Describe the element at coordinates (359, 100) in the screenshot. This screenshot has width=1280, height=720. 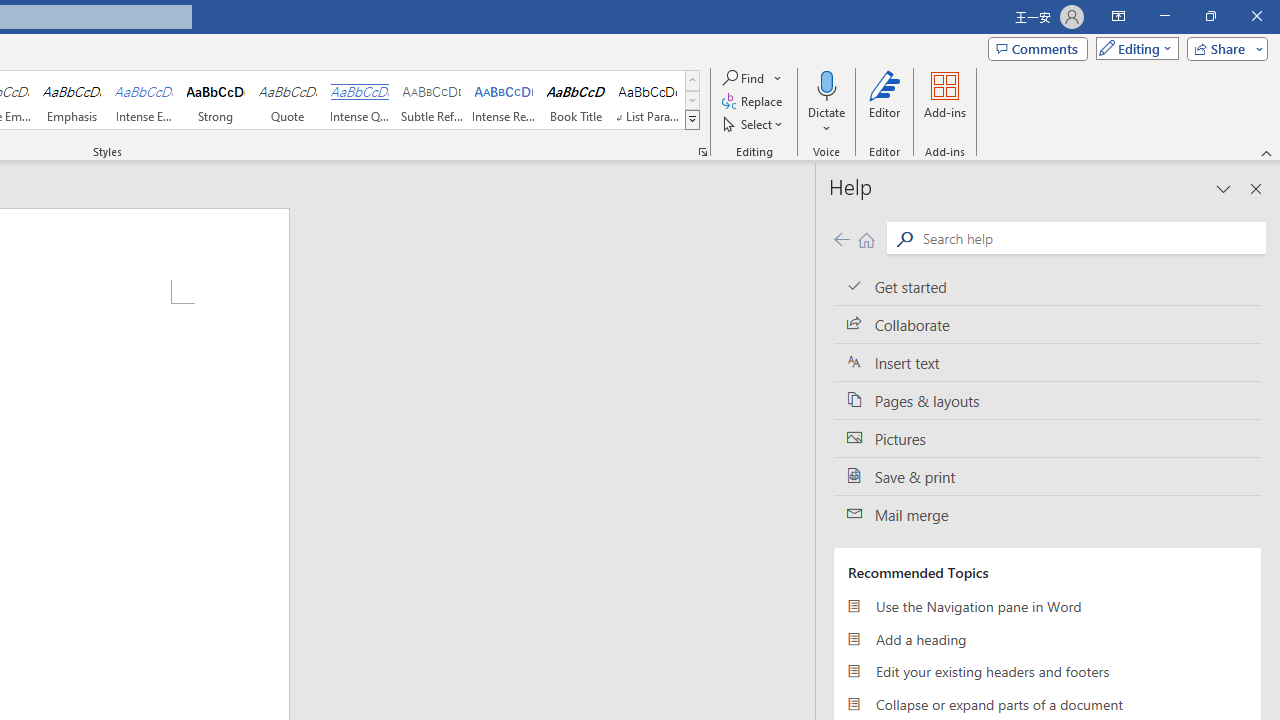
I see `'Intense Quote'` at that location.